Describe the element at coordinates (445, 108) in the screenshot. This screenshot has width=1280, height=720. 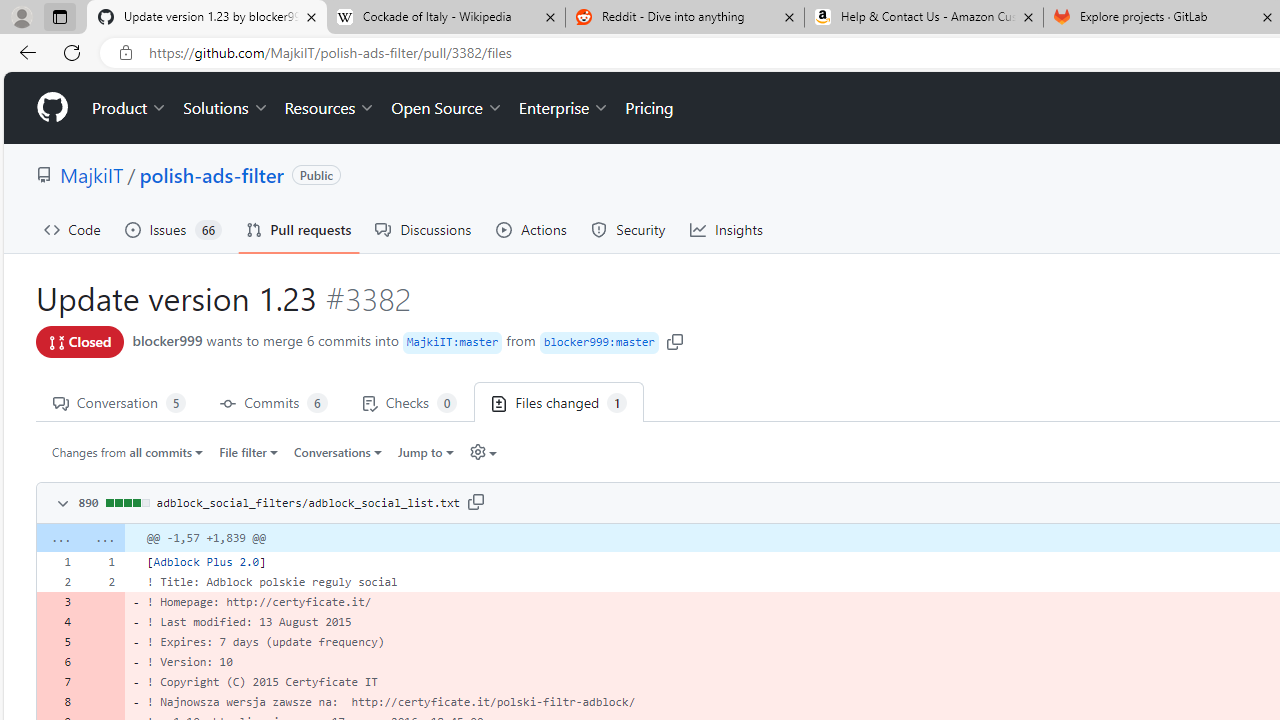
I see `'Open Source'` at that location.